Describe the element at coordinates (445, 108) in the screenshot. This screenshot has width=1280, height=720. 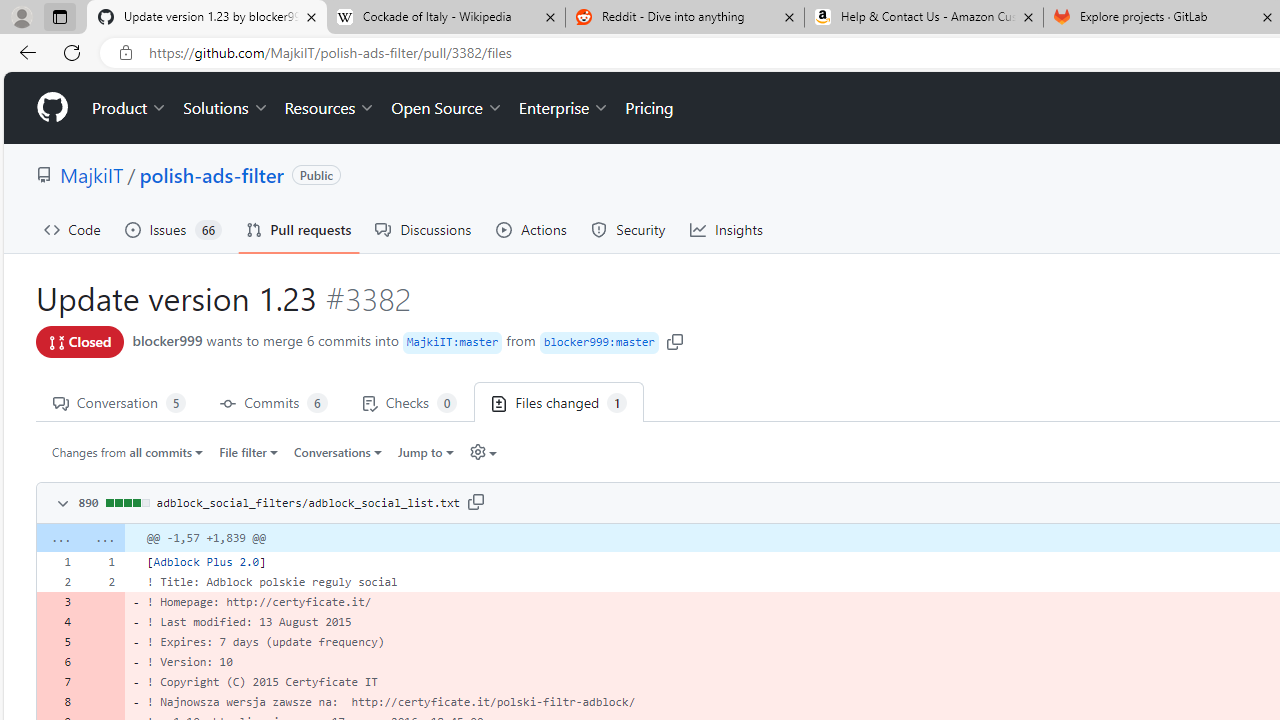
I see `'Open Source'` at that location.